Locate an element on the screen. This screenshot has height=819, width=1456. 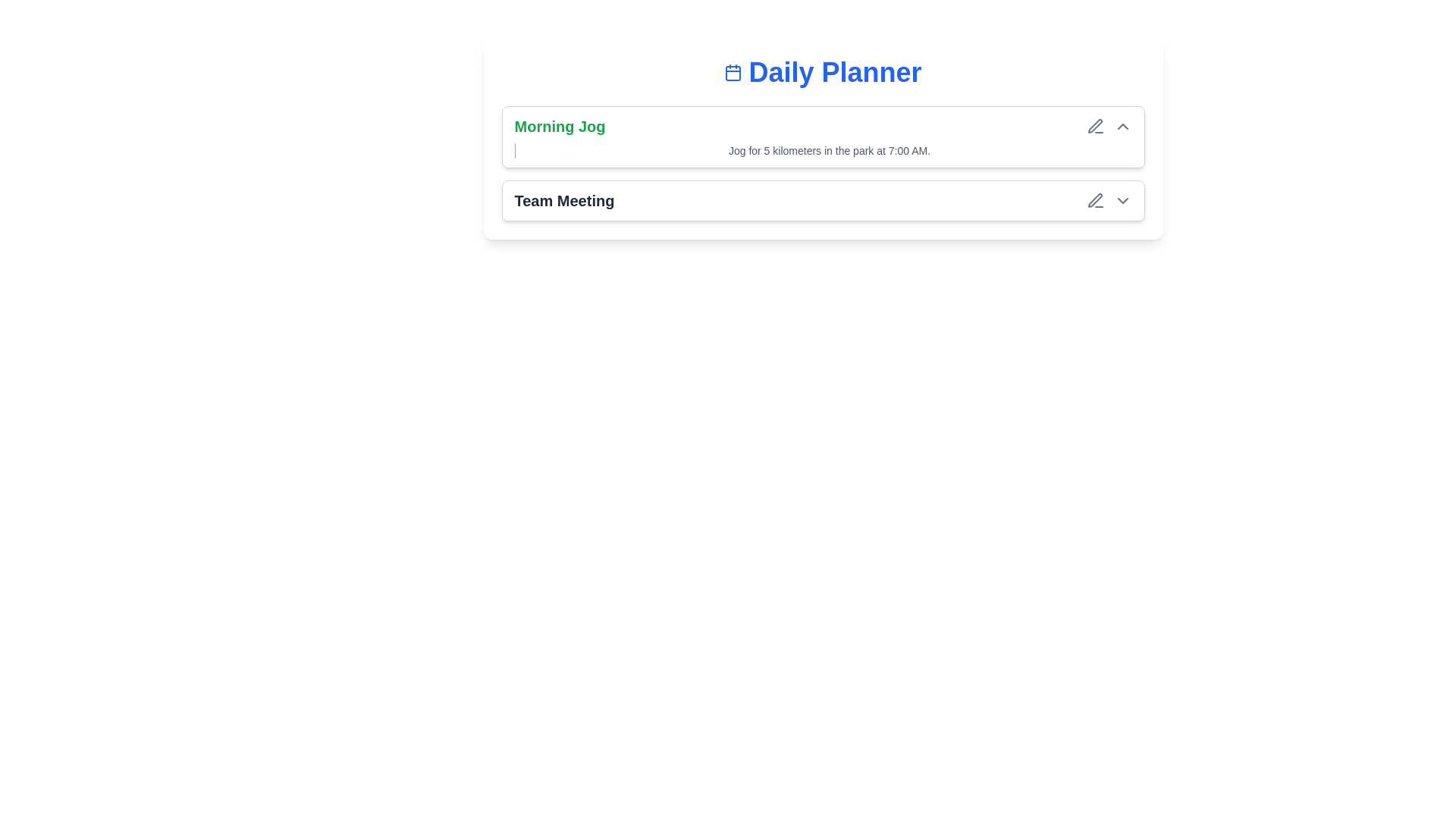
the small pen icon button located to the far-right of the 'Morning Jog' task in the daily planner interface is located at coordinates (1095, 125).